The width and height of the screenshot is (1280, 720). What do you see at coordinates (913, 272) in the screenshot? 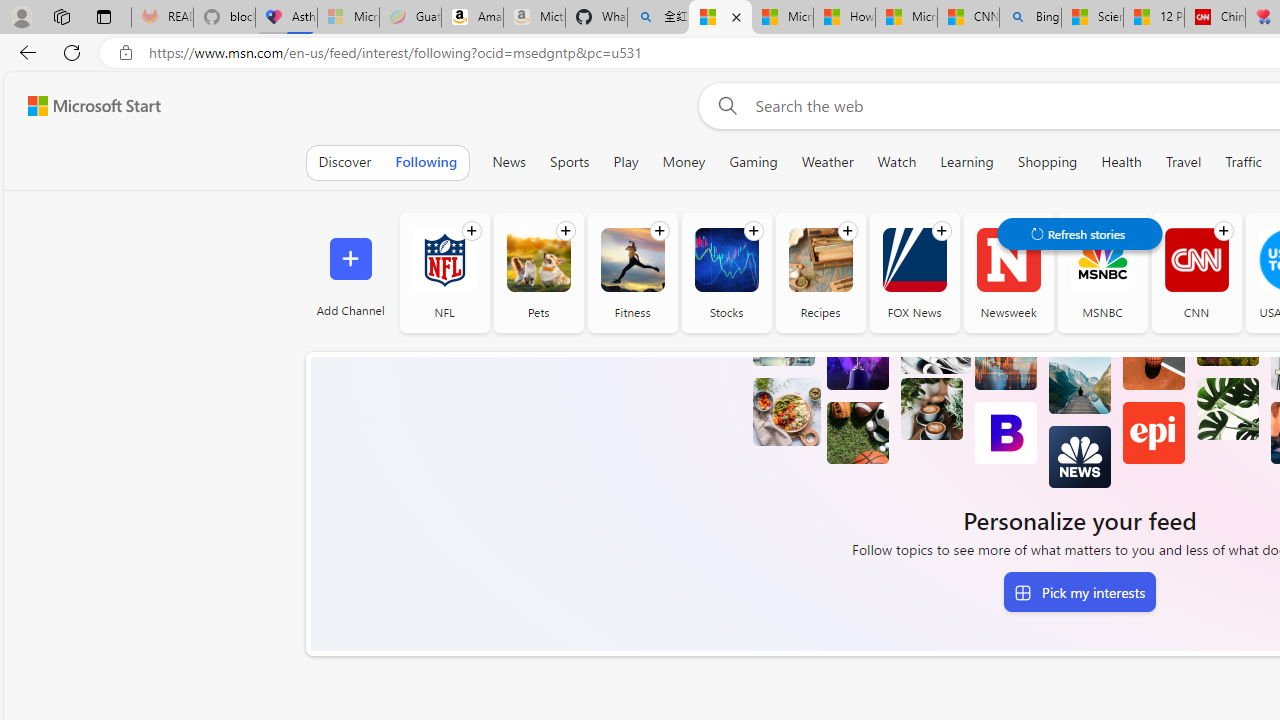
I see `'FOX News'` at bounding box center [913, 272].